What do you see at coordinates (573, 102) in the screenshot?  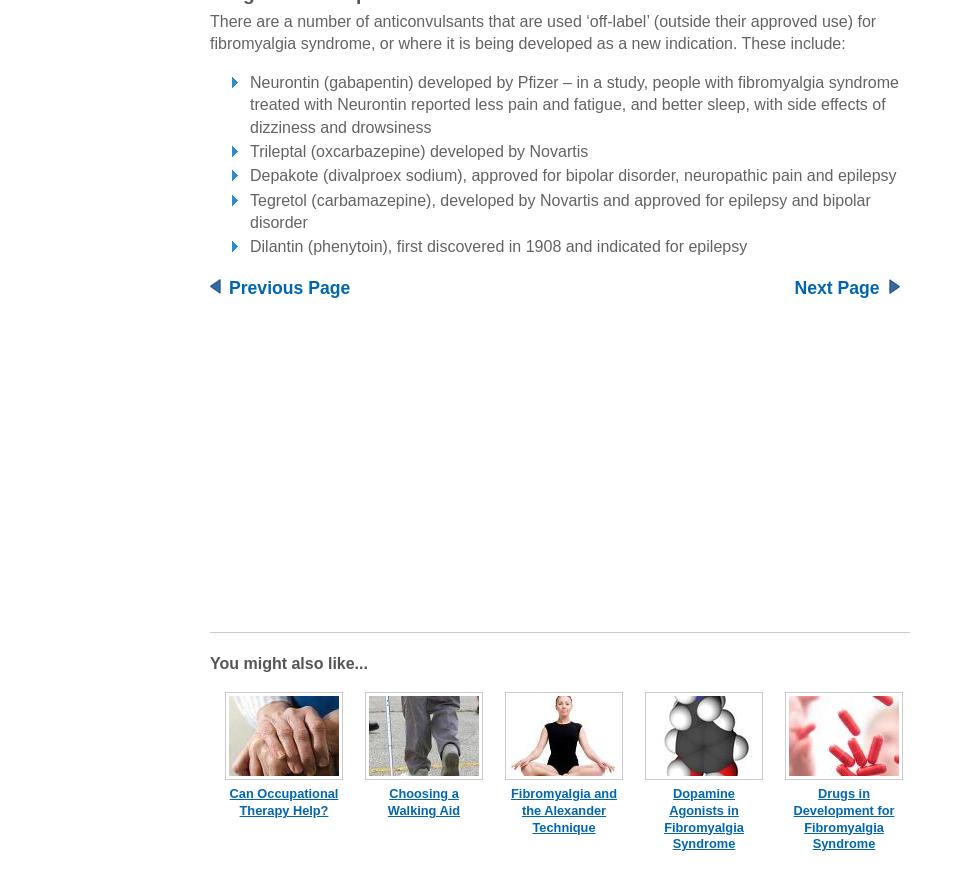 I see `'Neurontin (gabapentin) developed by Pfizer – in a study, people with fibromyalgia syndrome treated with Neurontin reported less pain and fatigue, and better sleep, with side effects of dizziness and drowsiness'` at bounding box center [573, 102].